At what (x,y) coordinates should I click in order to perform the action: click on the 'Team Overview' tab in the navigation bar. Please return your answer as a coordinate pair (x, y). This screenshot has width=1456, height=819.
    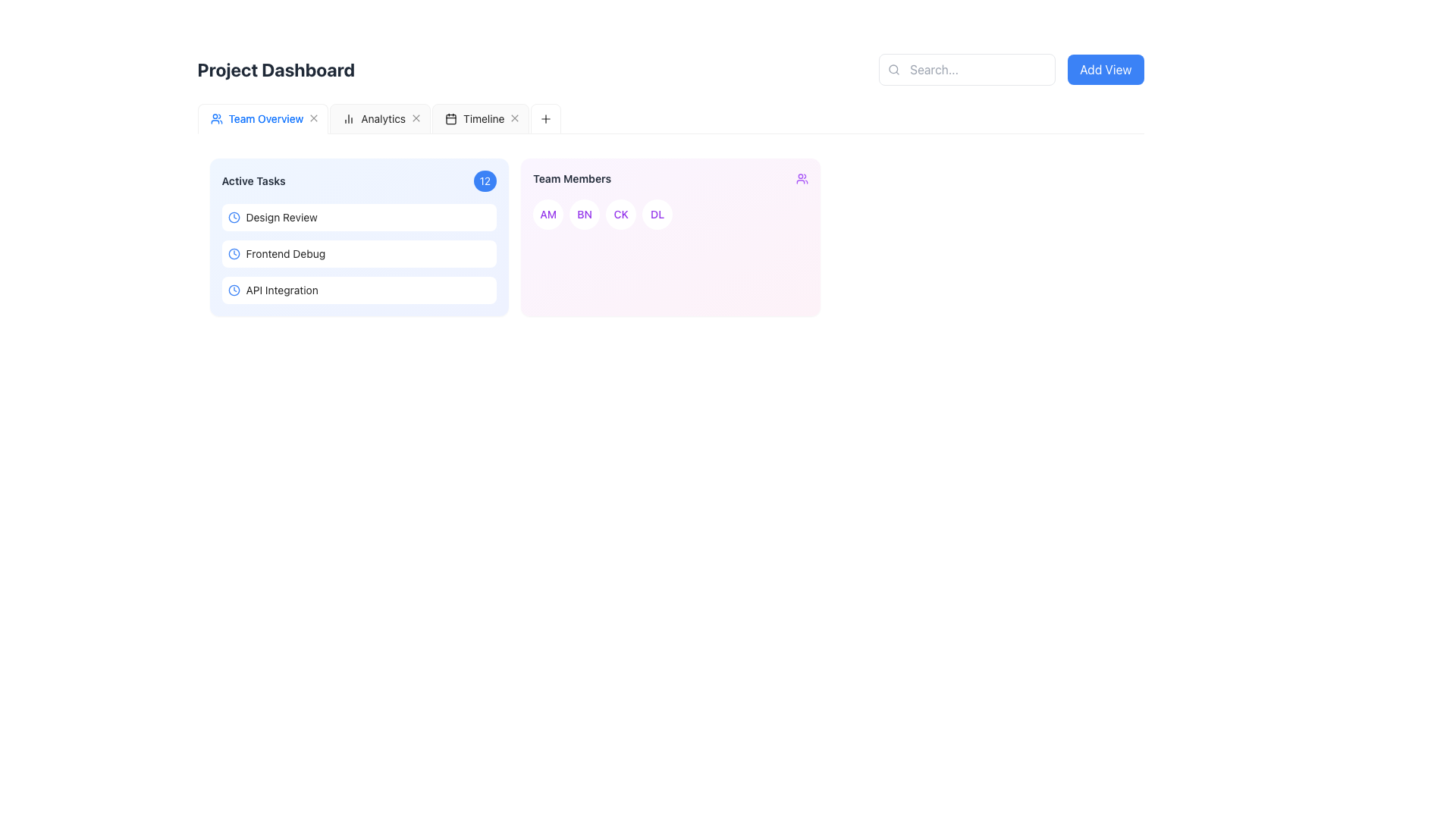
    Looking at the image, I should click on (262, 118).